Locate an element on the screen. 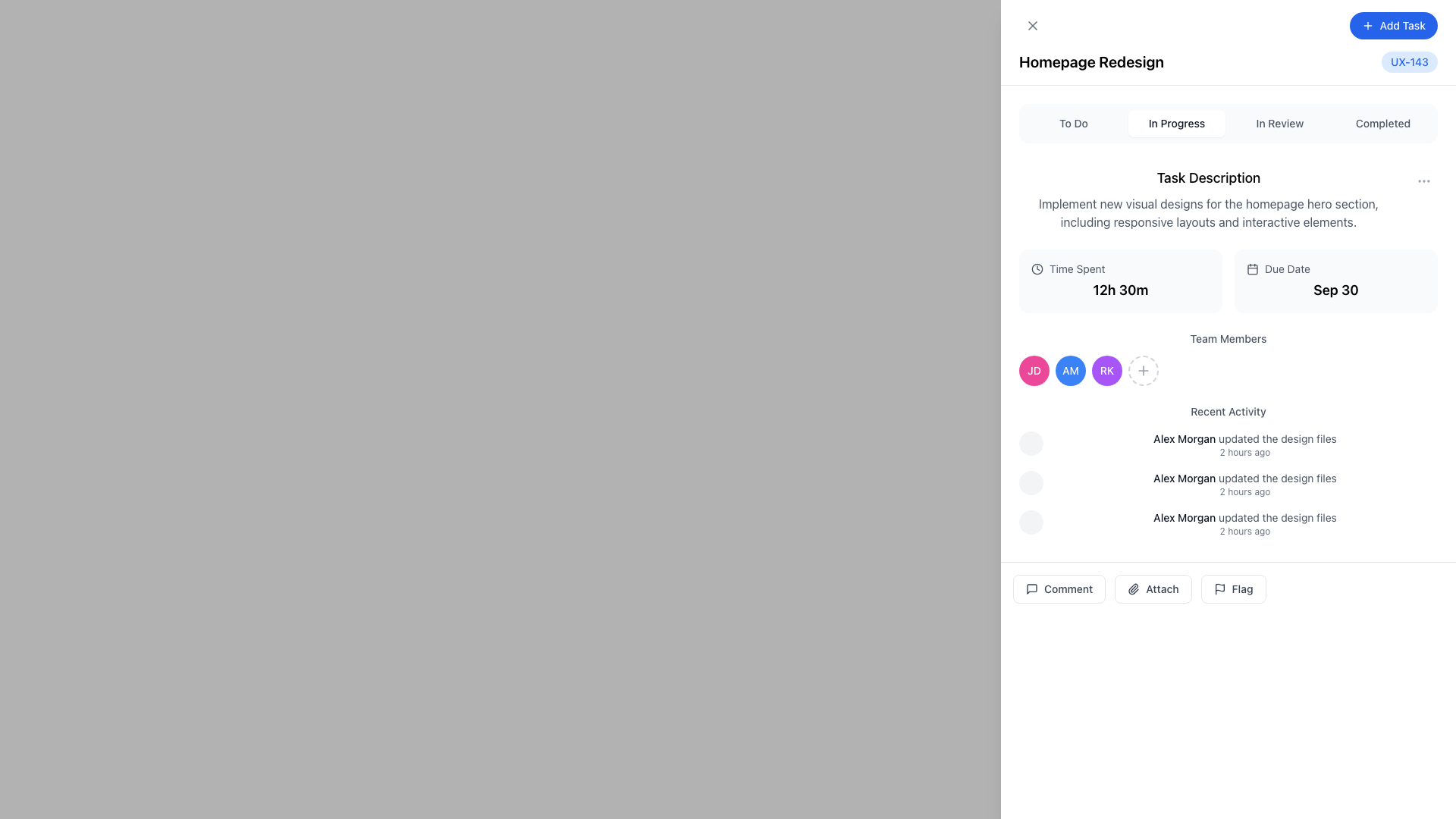 The image size is (1456, 819). the 'Comment' button is located at coordinates (1059, 588).